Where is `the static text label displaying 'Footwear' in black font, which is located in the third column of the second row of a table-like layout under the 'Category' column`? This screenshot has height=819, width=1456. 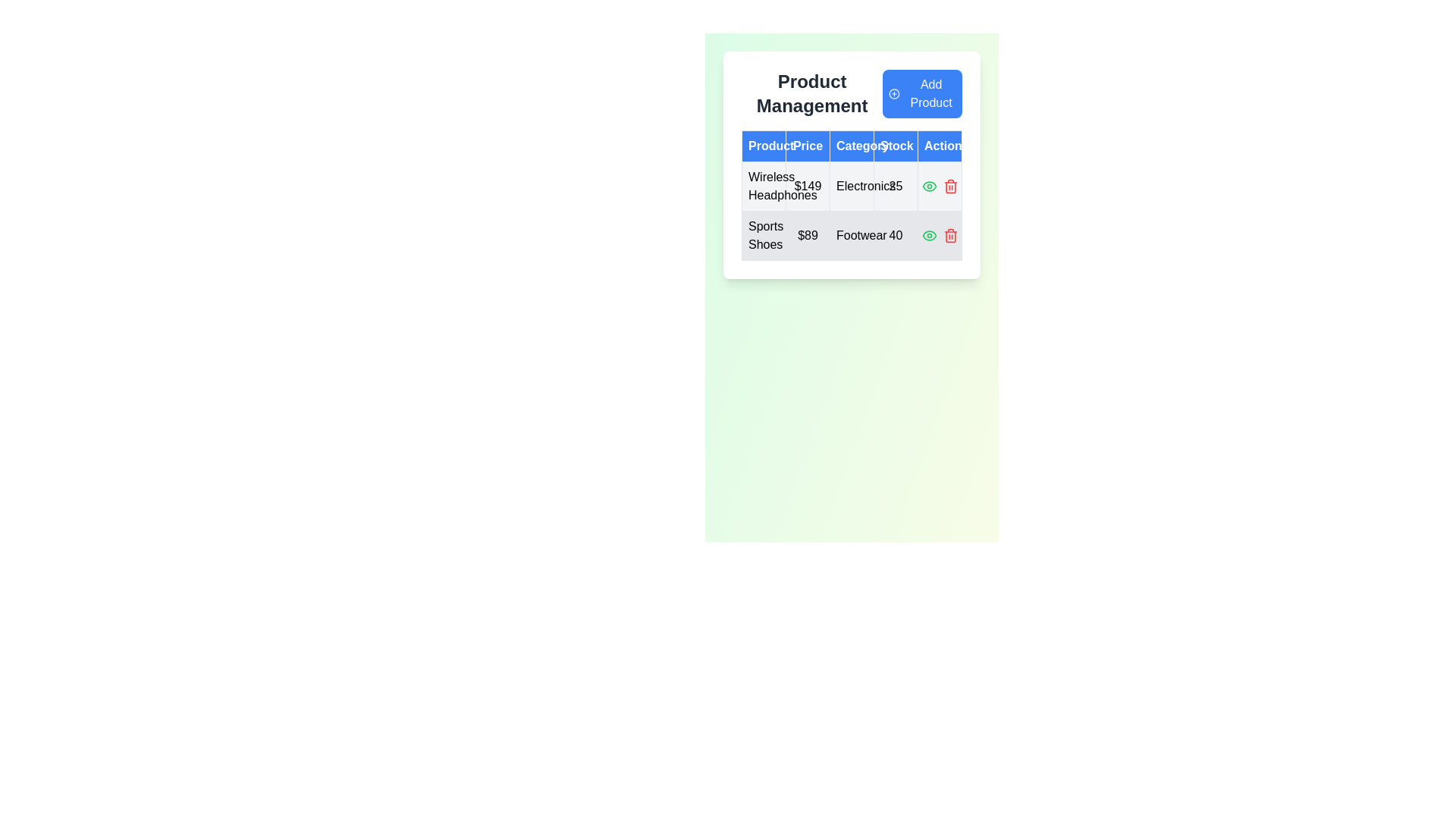
the static text label displaying 'Footwear' in black font, which is located in the third column of the second row of a table-like layout under the 'Category' column is located at coordinates (852, 236).